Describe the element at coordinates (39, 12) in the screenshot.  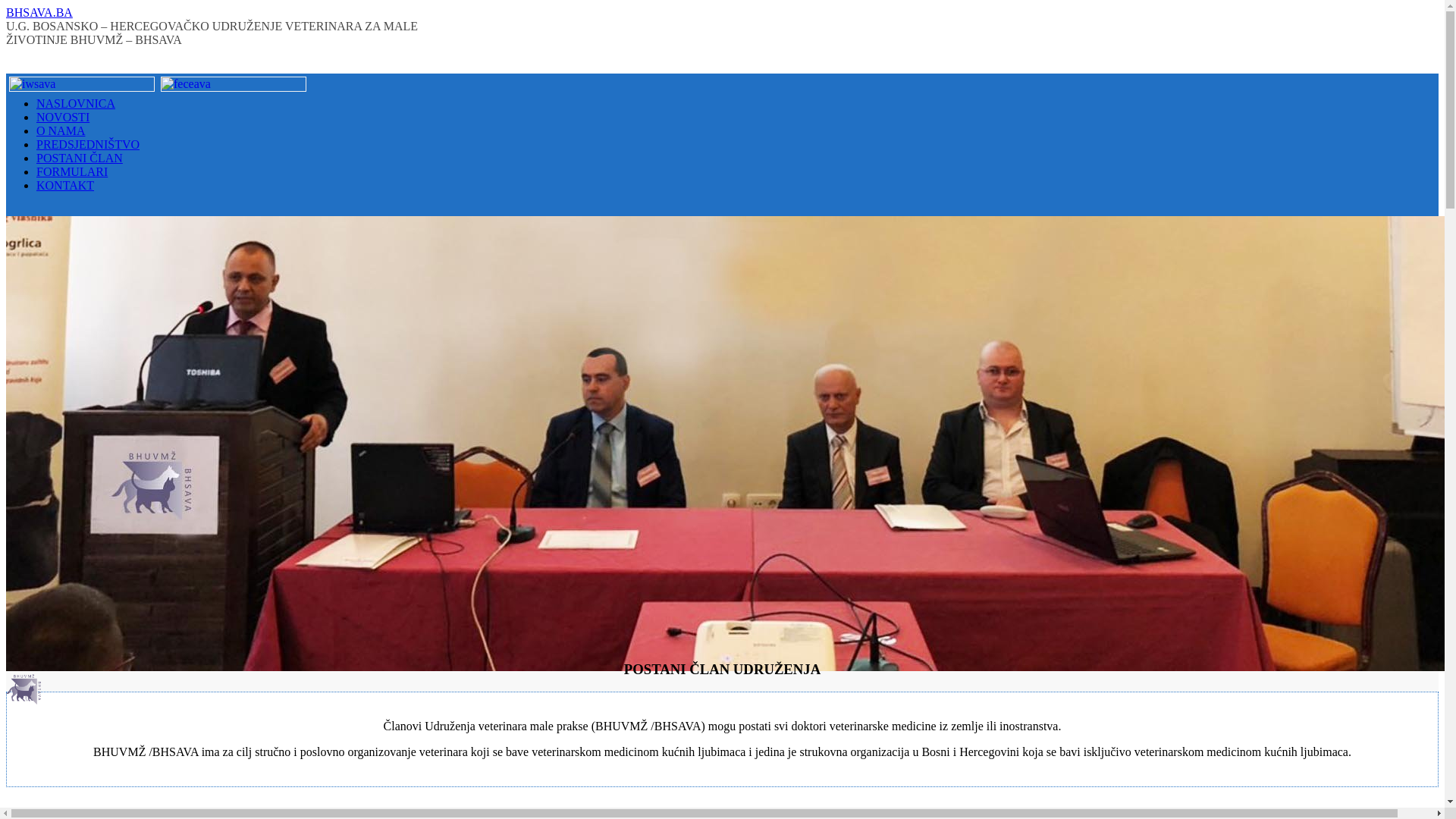
I see `'BHSAVA.BA'` at that location.